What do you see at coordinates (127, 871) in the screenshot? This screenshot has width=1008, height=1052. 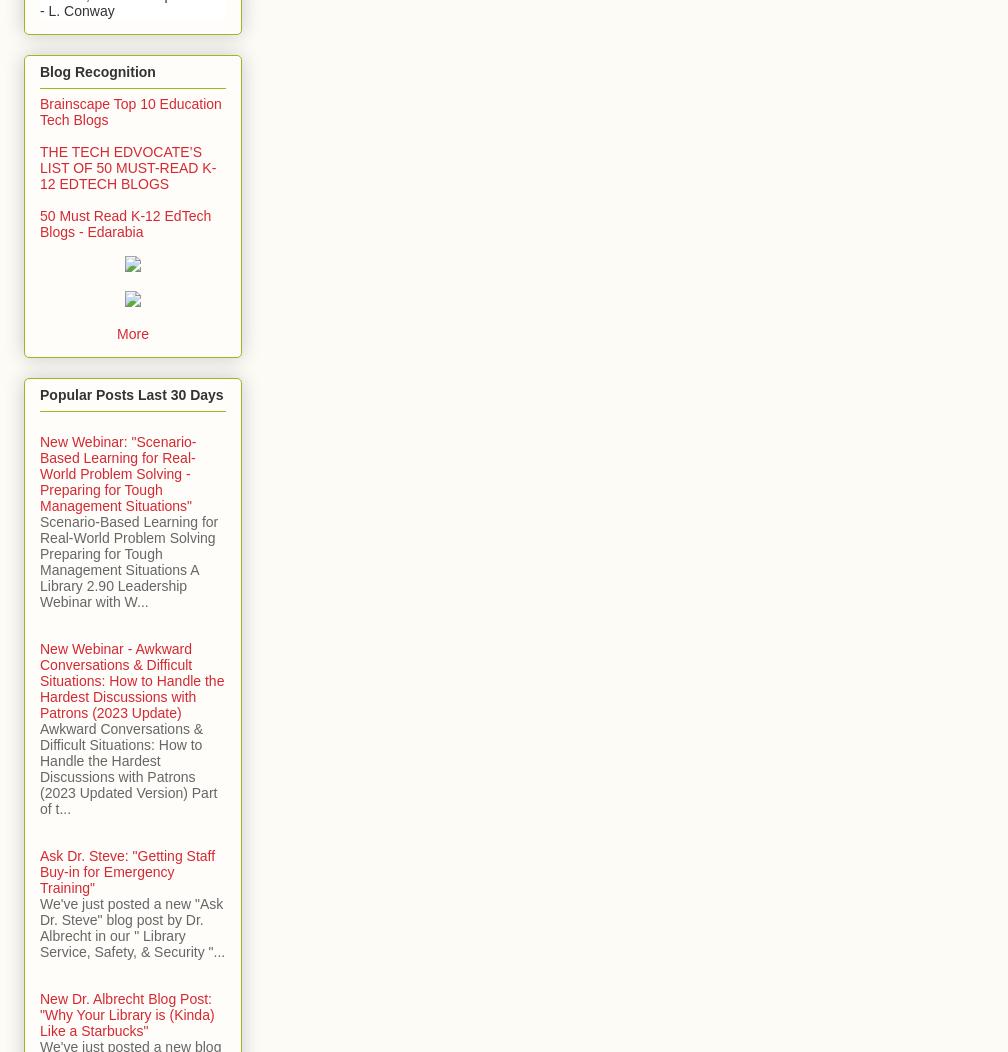 I see `'Ask Dr. Steve: "Getting Staff Buy-in for Emergency Training"'` at bounding box center [127, 871].